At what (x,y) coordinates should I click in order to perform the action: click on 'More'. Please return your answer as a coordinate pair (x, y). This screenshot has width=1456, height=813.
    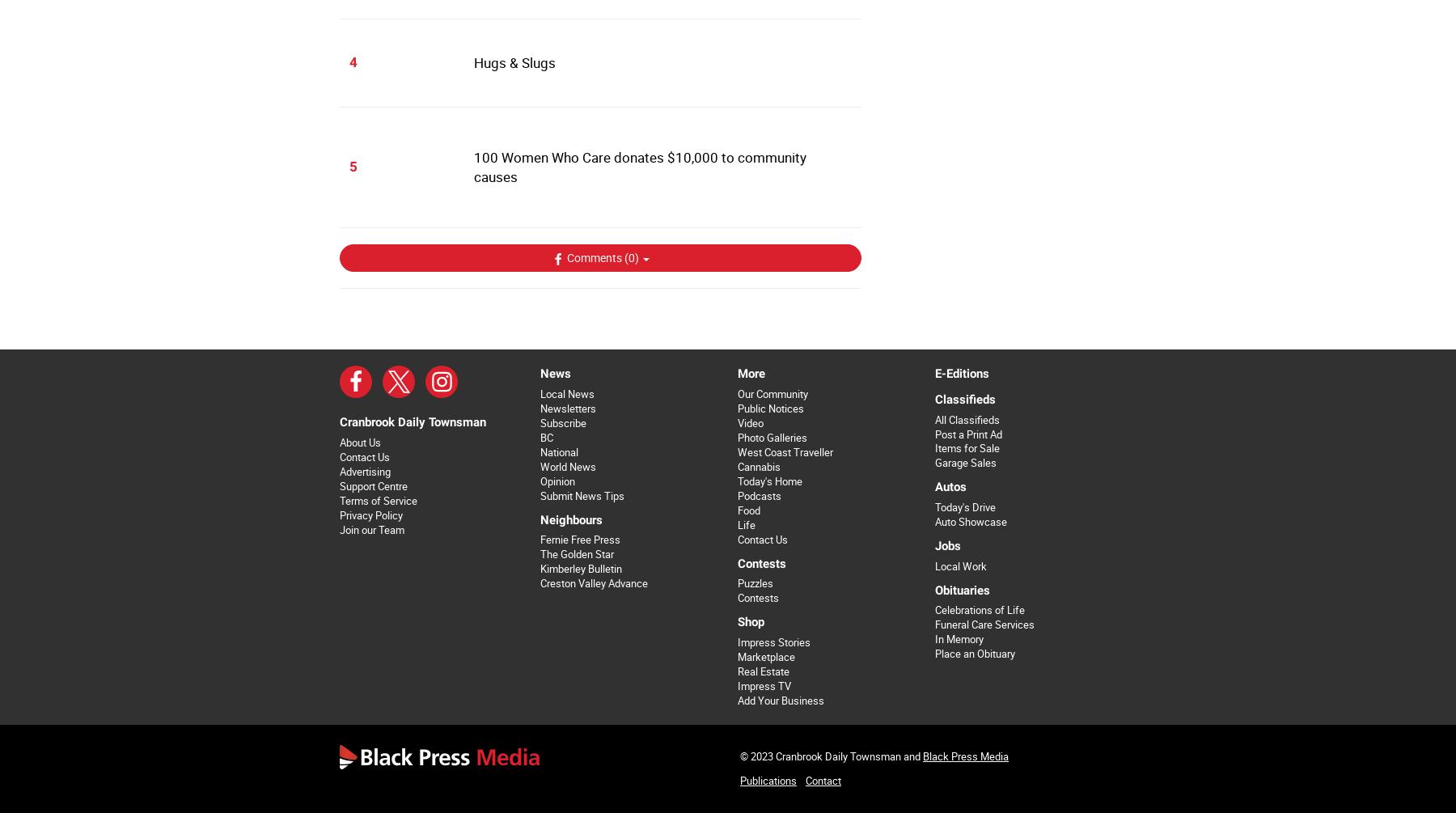
    Looking at the image, I should click on (750, 373).